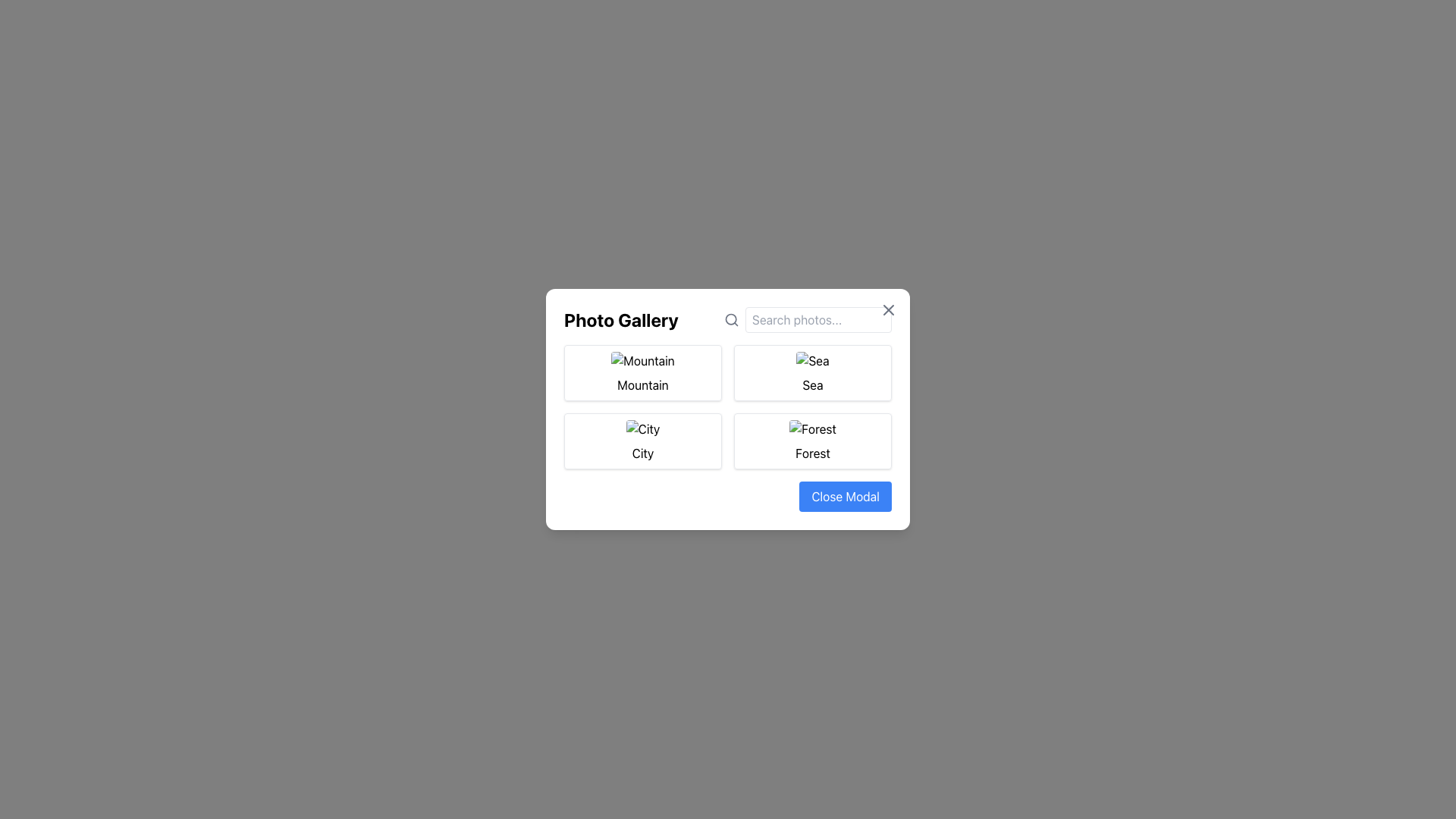  What do you see at coordinates (643, 441) in the screenshot?
I see `the 'City' card in the grid layout` at bounding box center [643, 441].